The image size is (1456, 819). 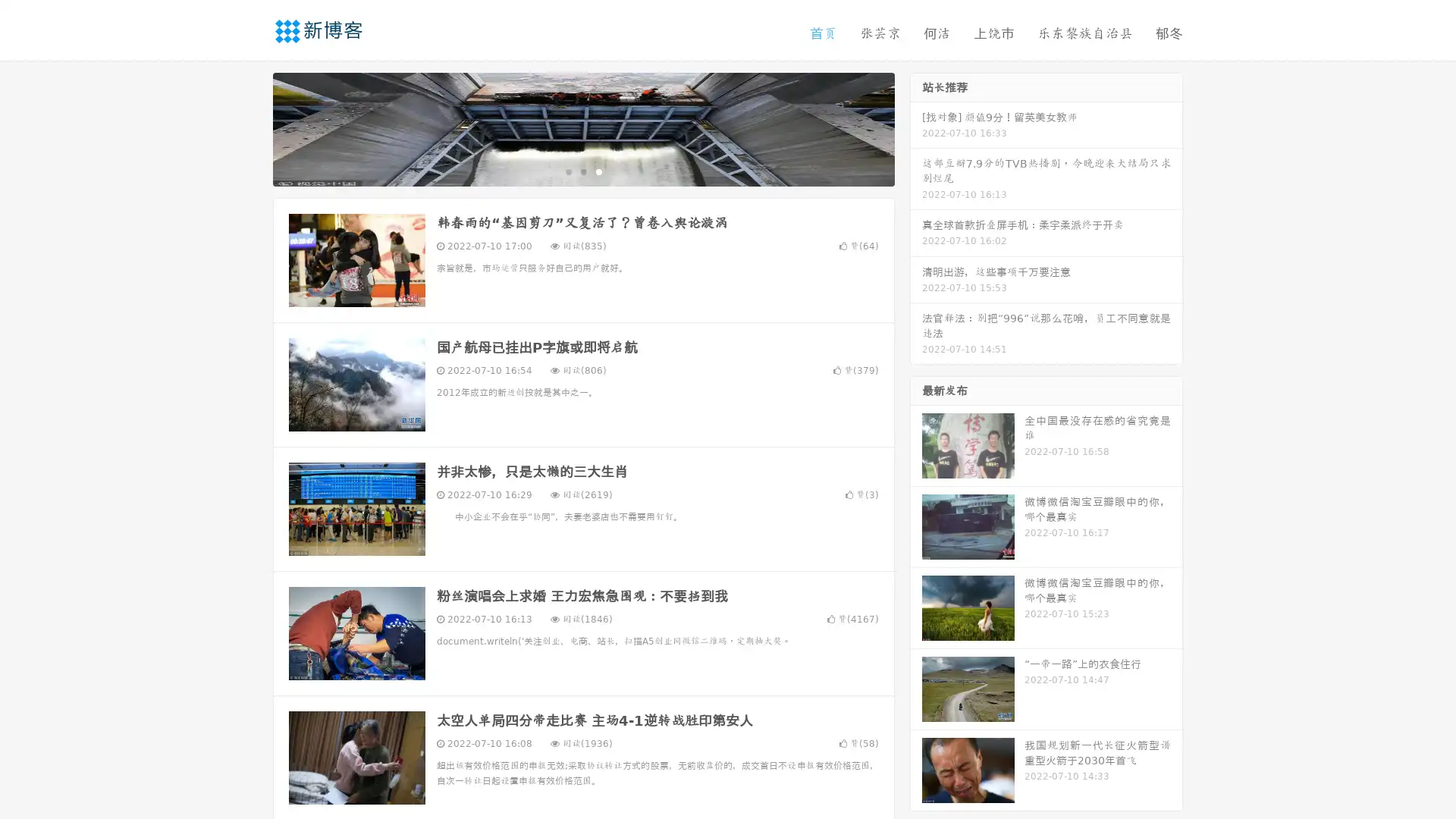 I want to click on Go to slide 1, so click(x=567, y=171).